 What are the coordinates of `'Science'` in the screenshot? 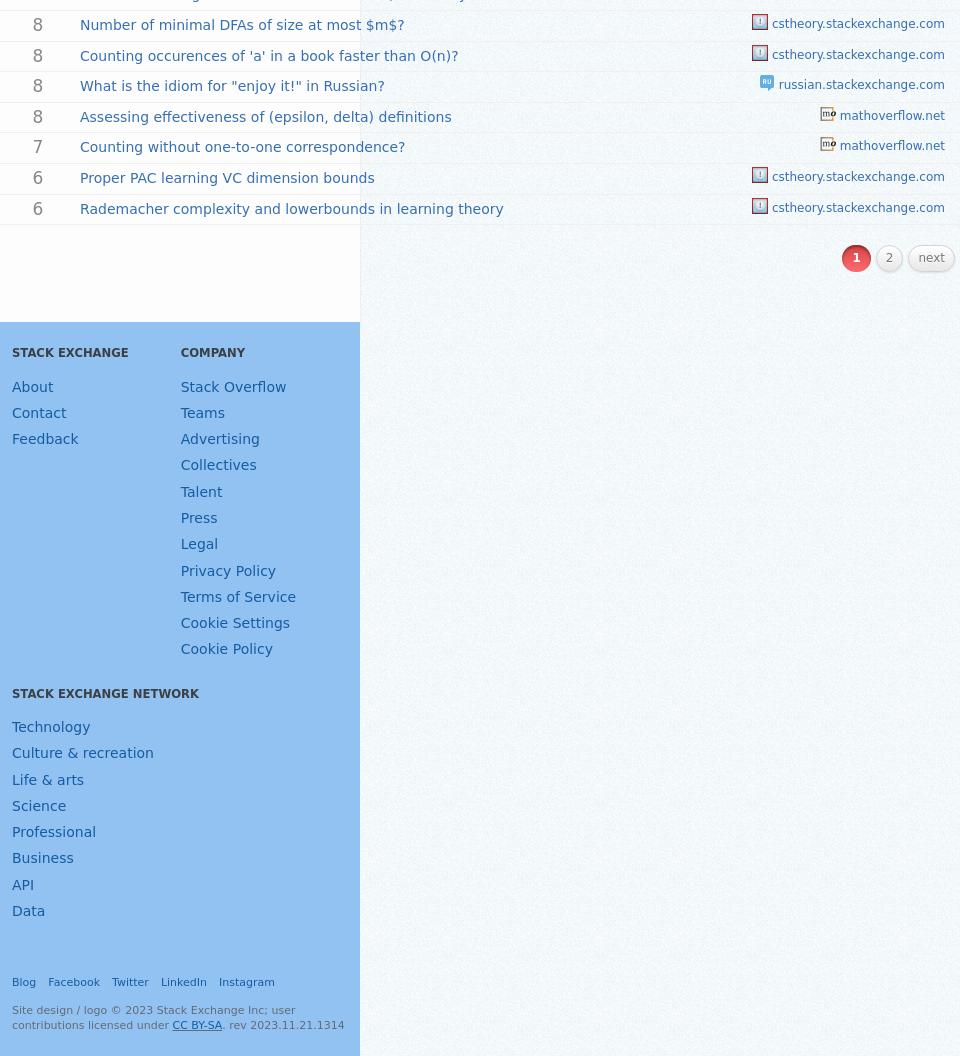 It's located at (37, 804).